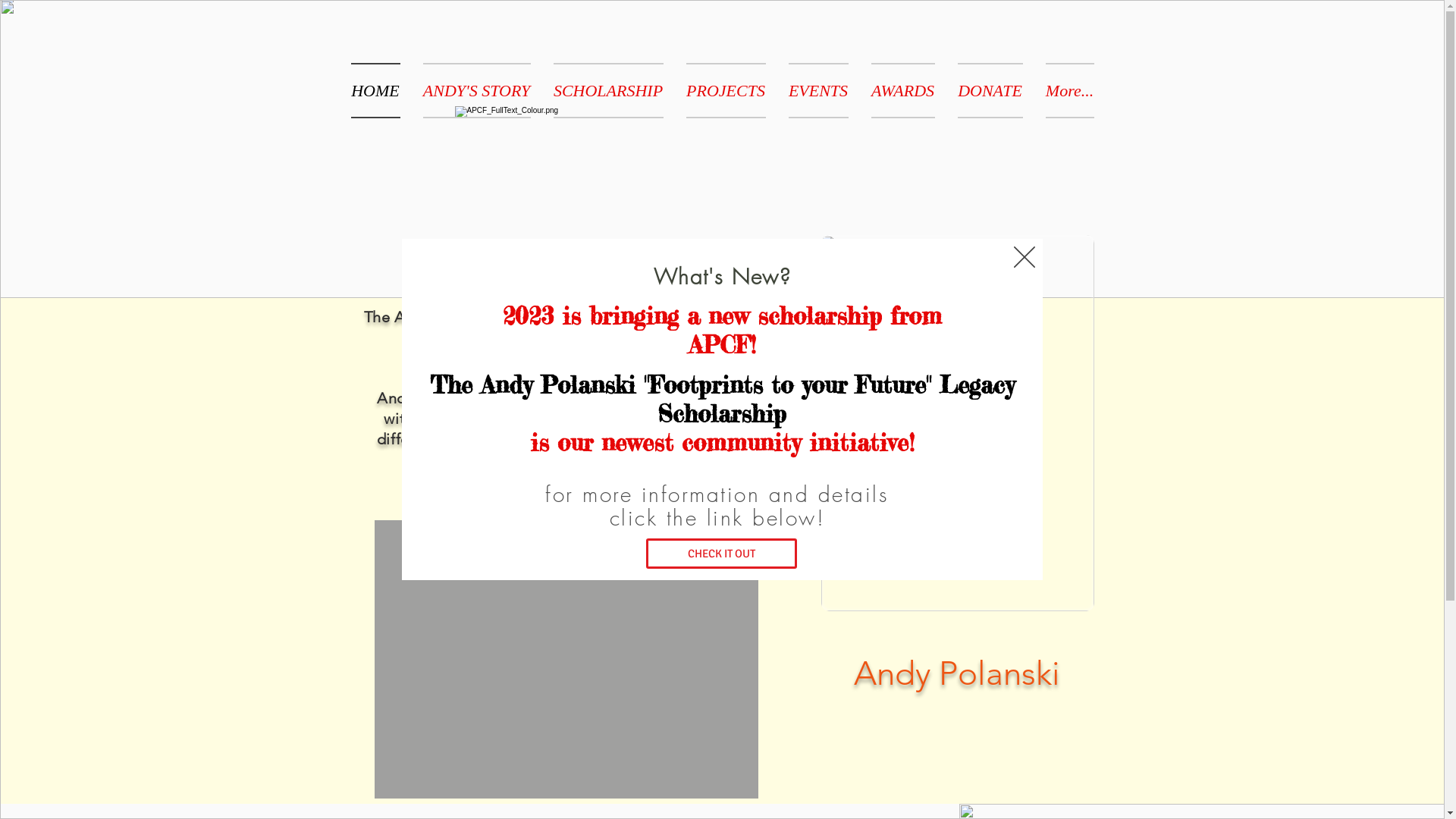  I want to click on 'HOME', so click(381, 90).